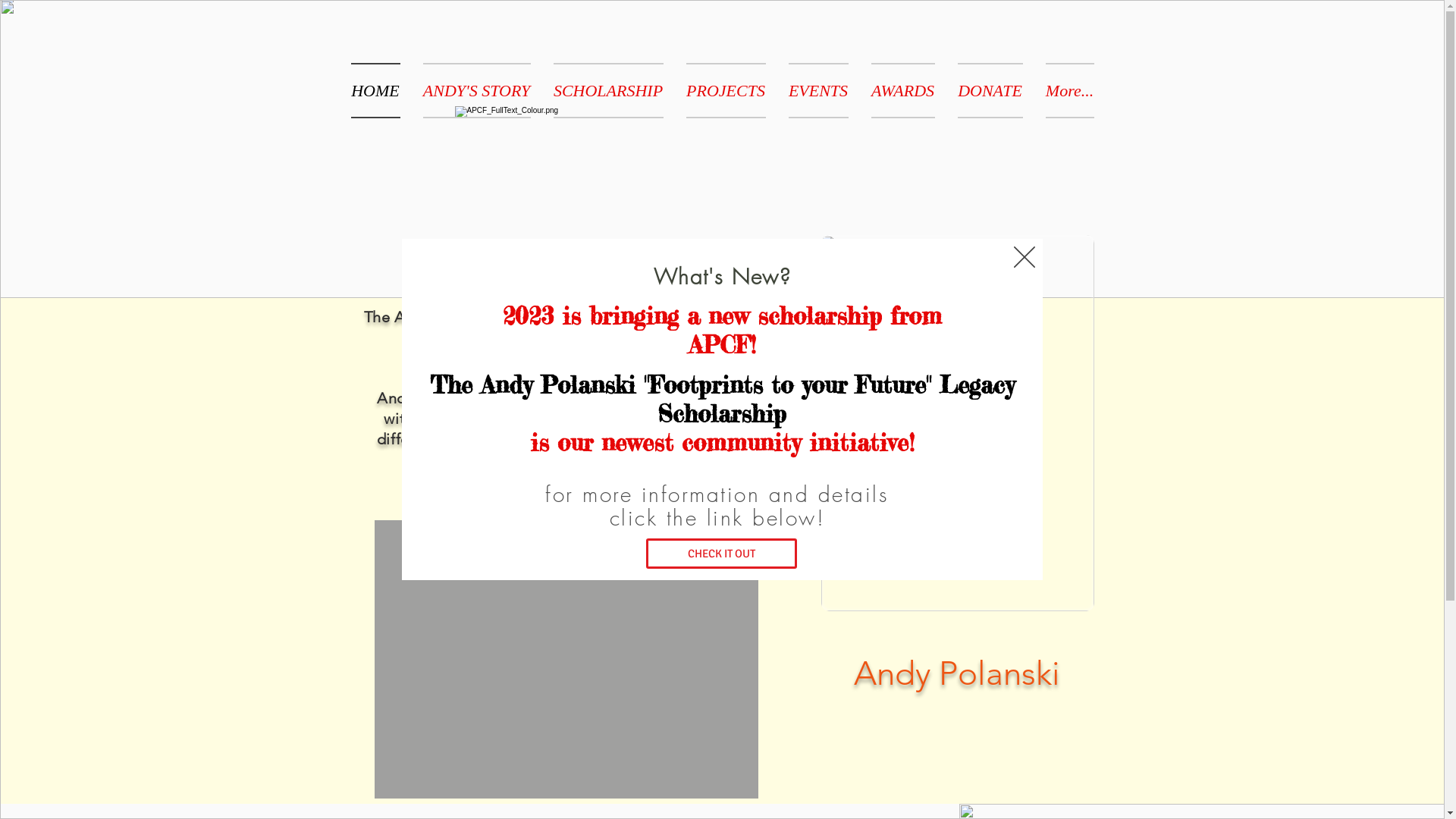  I want to click on 'HOME', so click(381, 90).